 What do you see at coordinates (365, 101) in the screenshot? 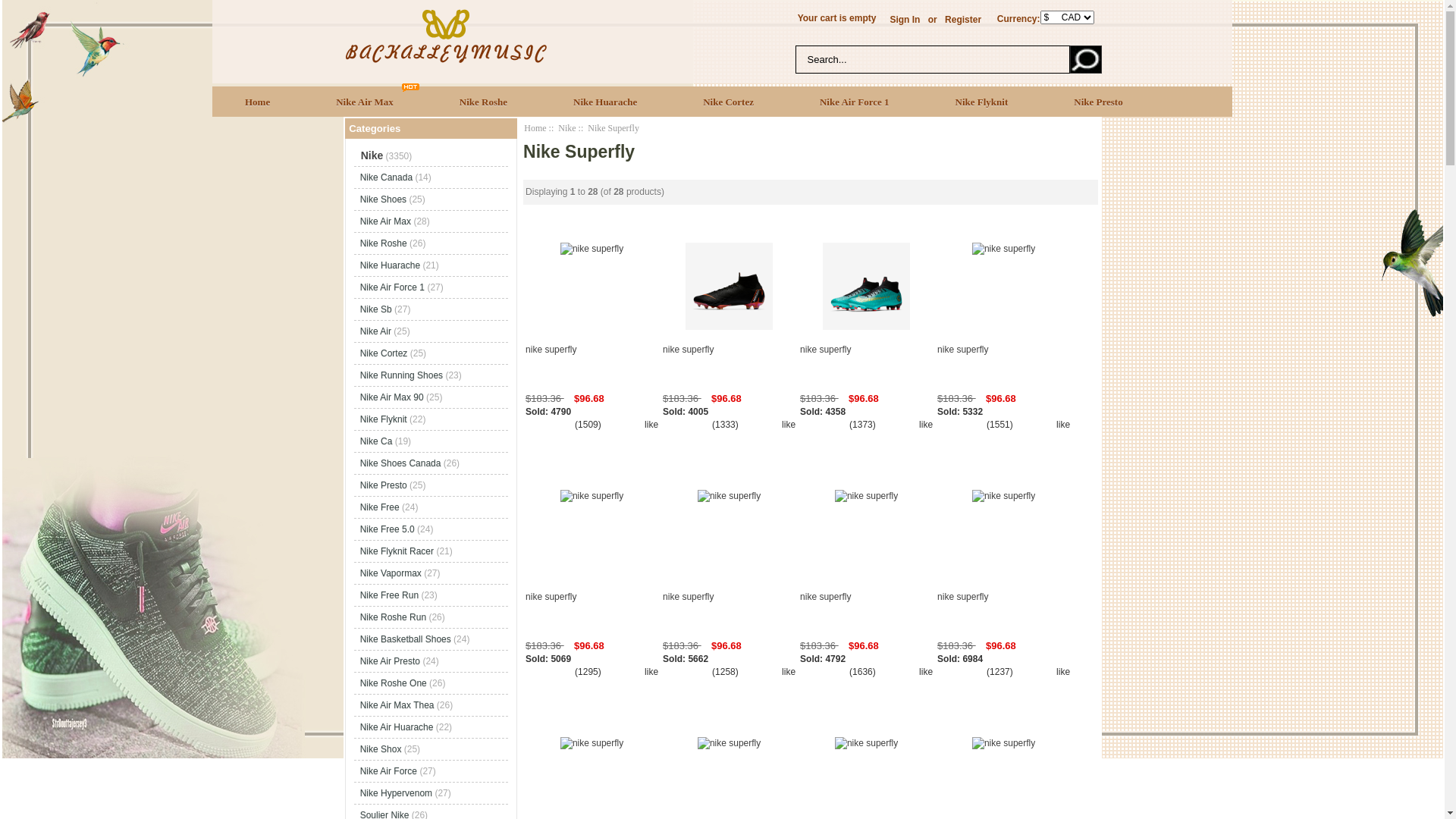
I see `'Nike Air Max'` at bounding box center [365, 101].